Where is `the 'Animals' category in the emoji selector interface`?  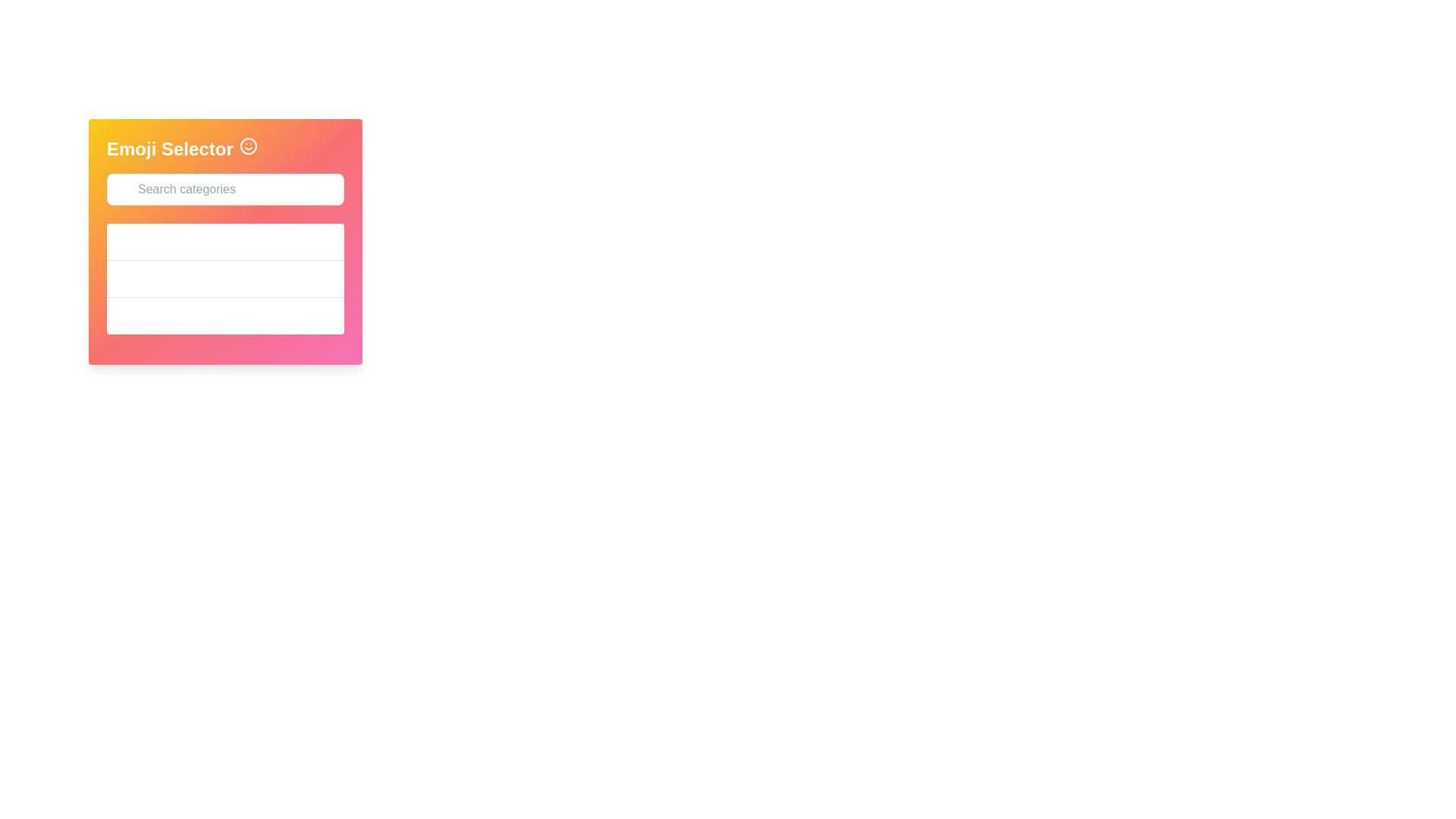
the 'Animals' category in the emoji selector interface is located at coordinates (224, 278).